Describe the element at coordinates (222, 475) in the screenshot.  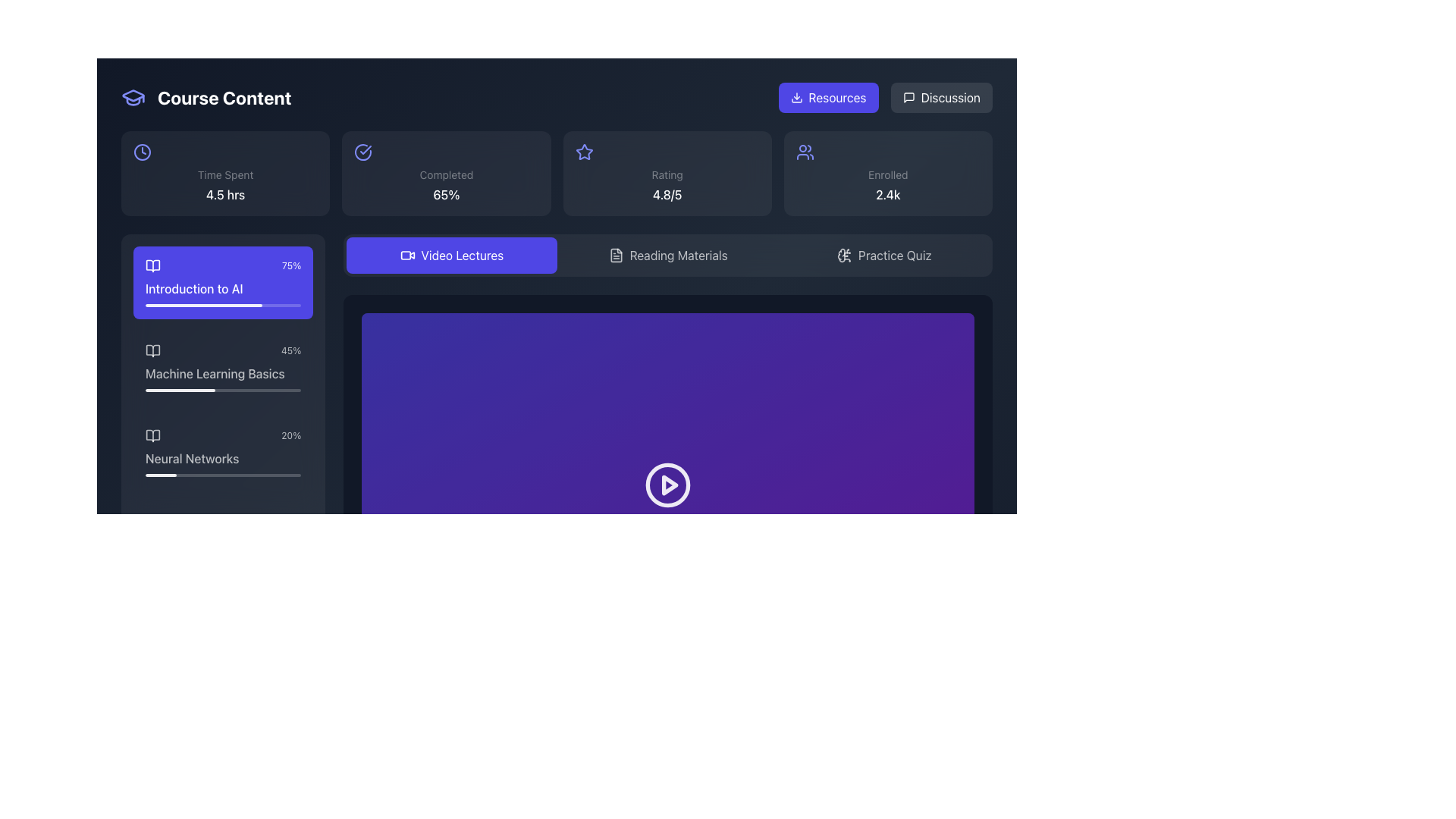
I see `the horizontal progress bar that visually represents the completion percentage of the 'Neural Networks' module, located below the 'Neural Networks' text in the sidebar` at that location.